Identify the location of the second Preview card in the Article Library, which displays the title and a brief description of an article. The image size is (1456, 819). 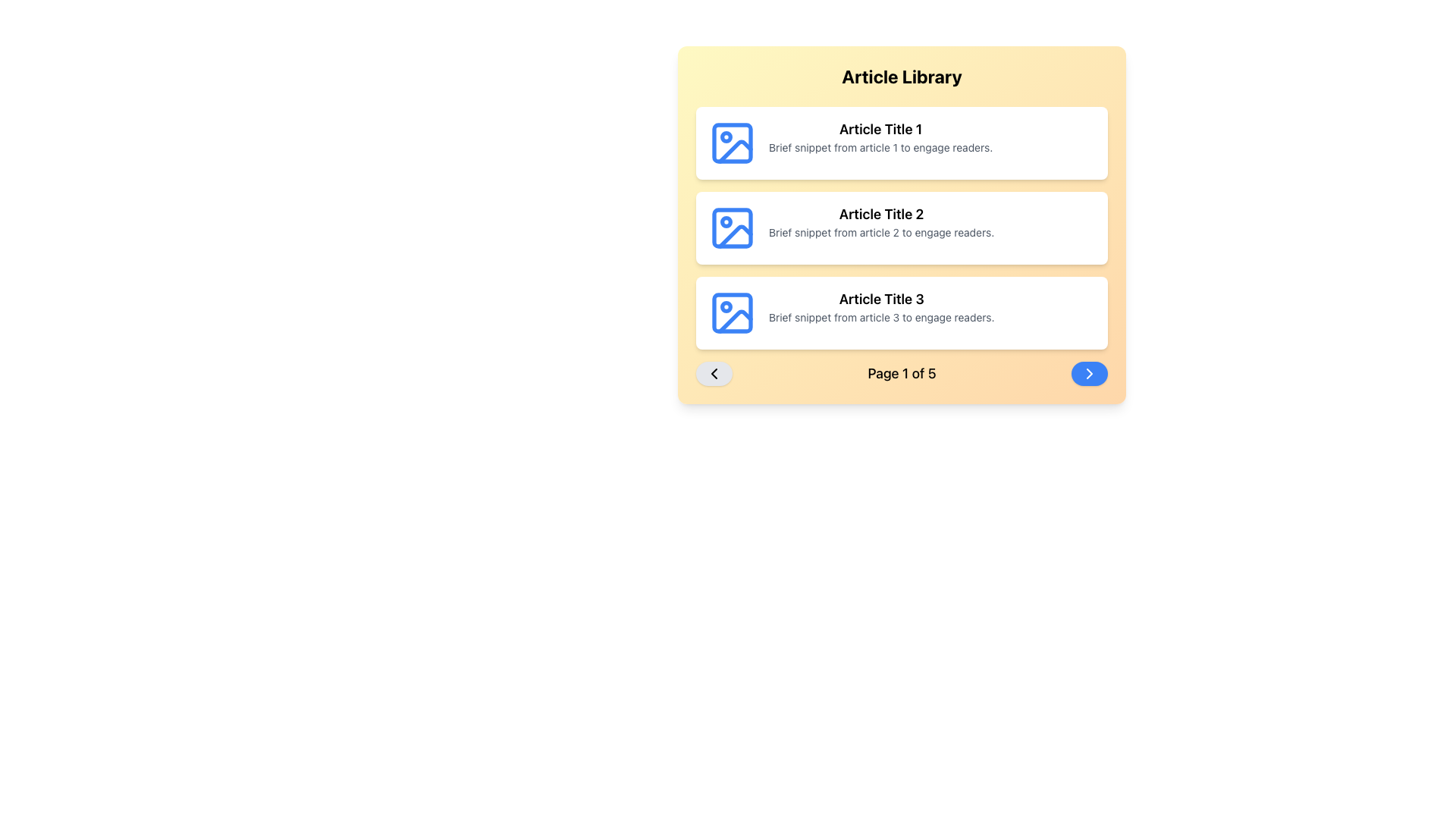
(902, 227).